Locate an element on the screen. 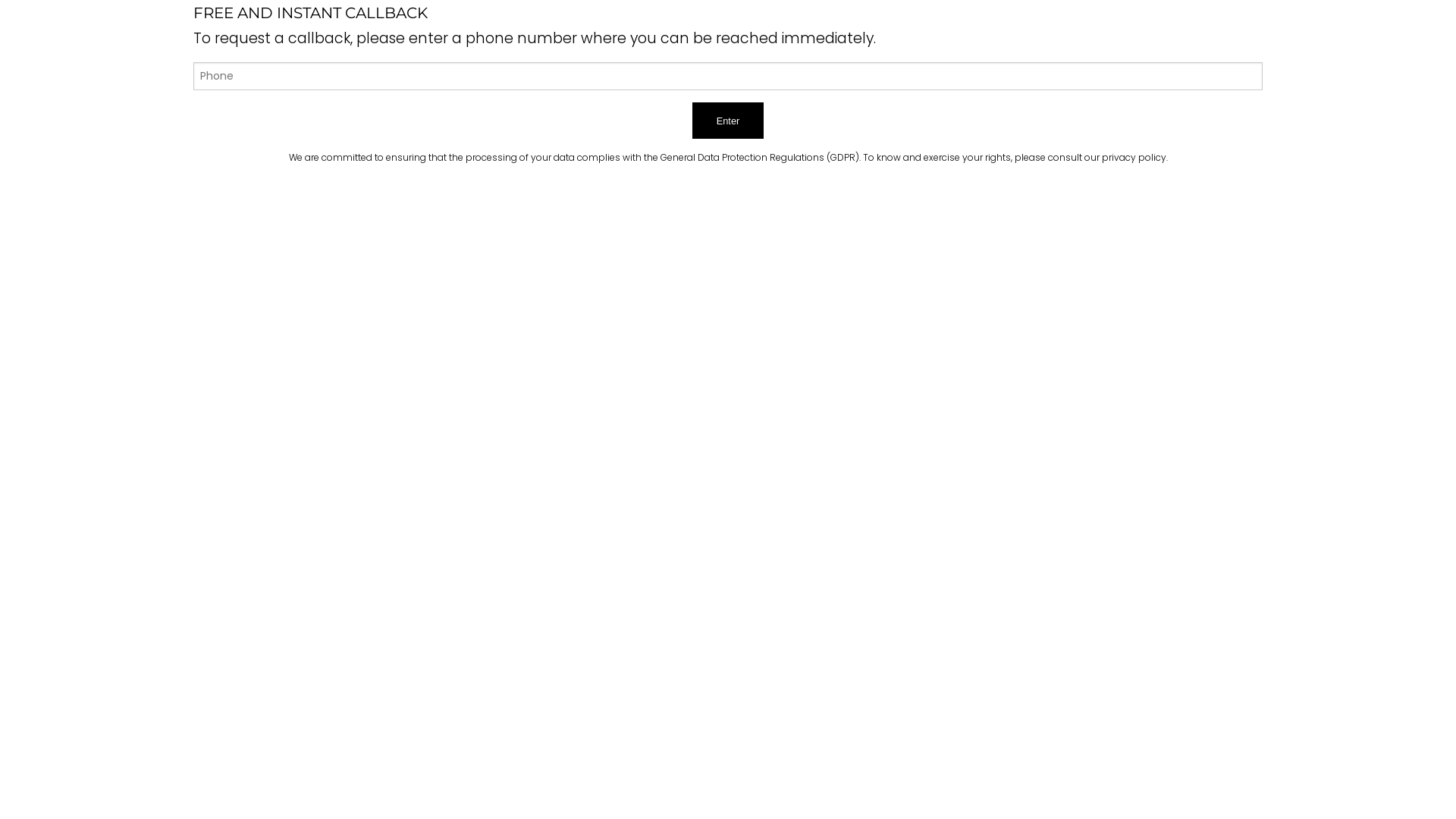 The width and height of the screenshot is (1456, 819). 'Enter' is located at coordinates (691, 119).